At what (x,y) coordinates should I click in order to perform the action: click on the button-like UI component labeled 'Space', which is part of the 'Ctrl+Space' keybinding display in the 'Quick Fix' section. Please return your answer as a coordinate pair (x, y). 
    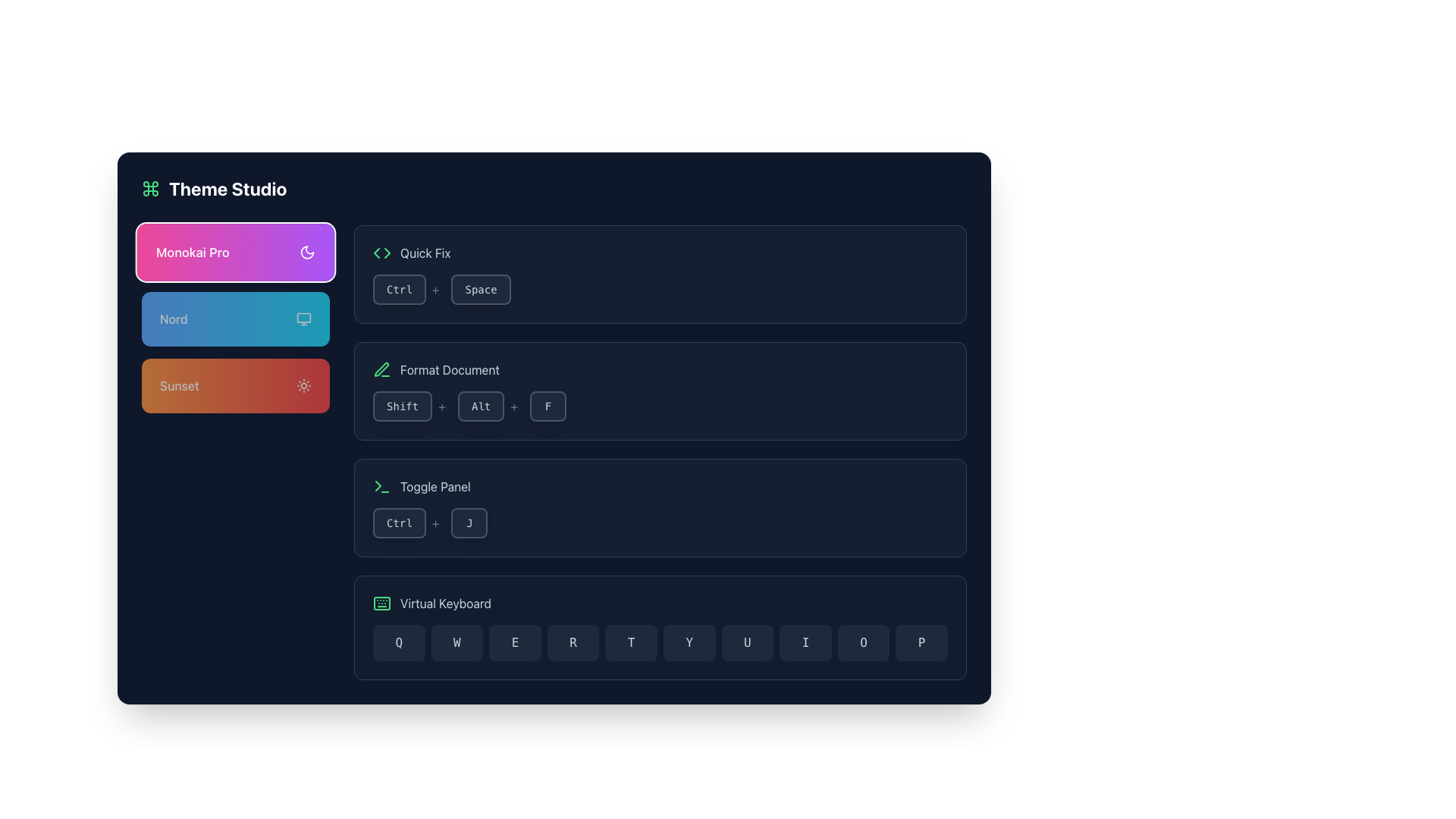
    Looking at the image, I should click on (480, 289).